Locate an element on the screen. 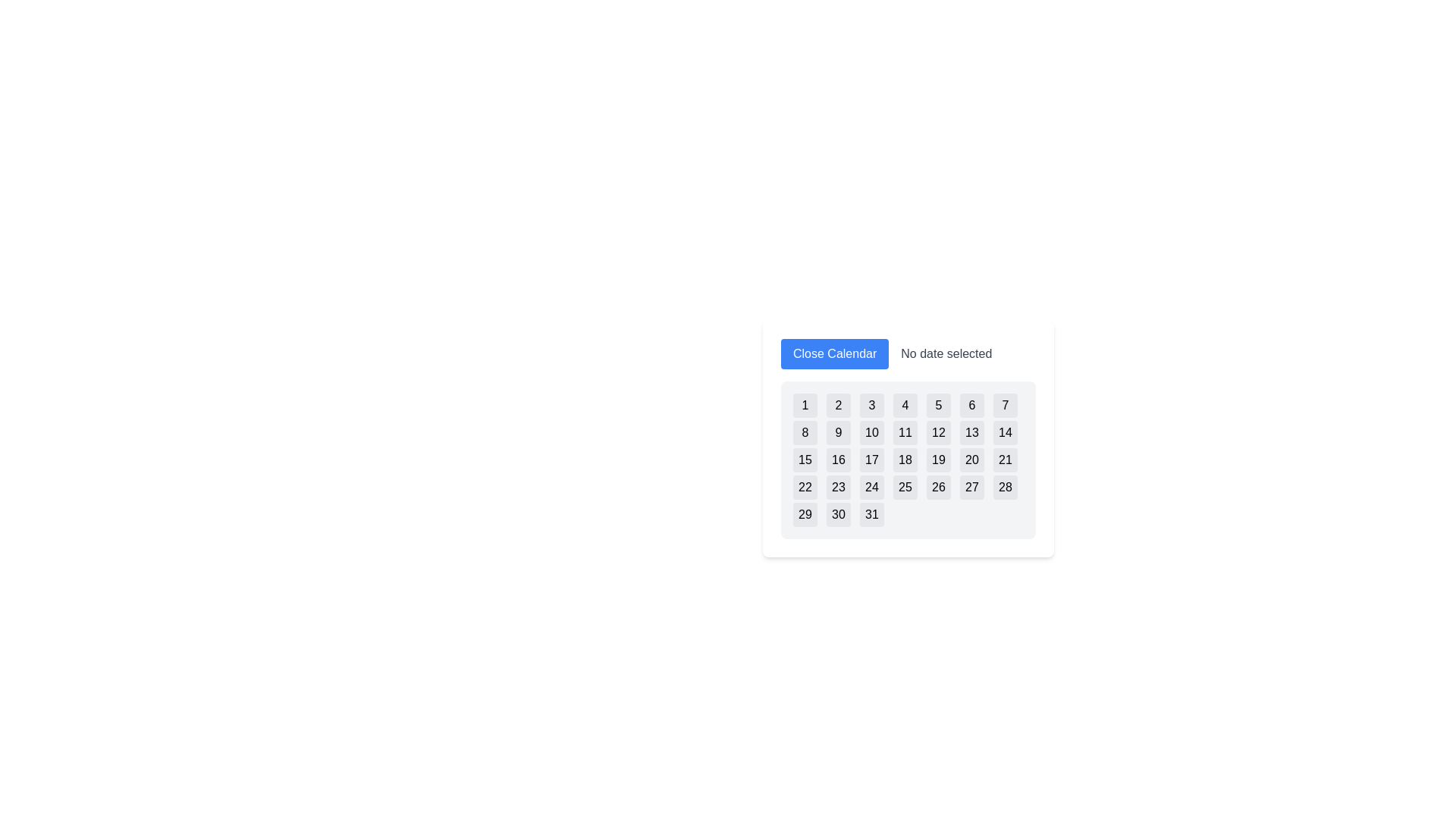 The width and height of the screenshot is (1456, 819). the calendar date button representing the 23rd day of the month is located at coordinates (837, 488).